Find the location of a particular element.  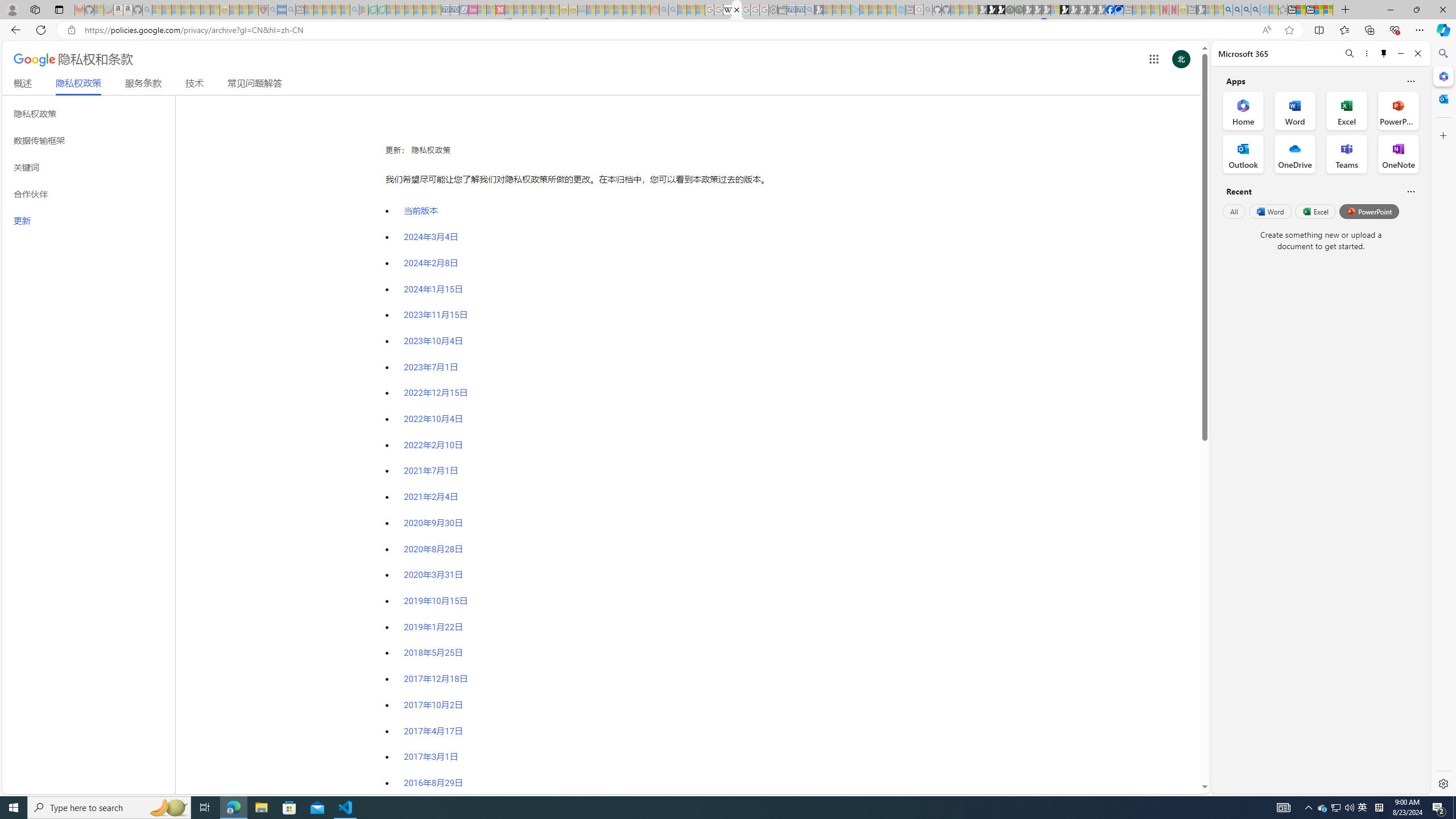

'PowerPoint Office App' is located at coordinates (1398, 111).